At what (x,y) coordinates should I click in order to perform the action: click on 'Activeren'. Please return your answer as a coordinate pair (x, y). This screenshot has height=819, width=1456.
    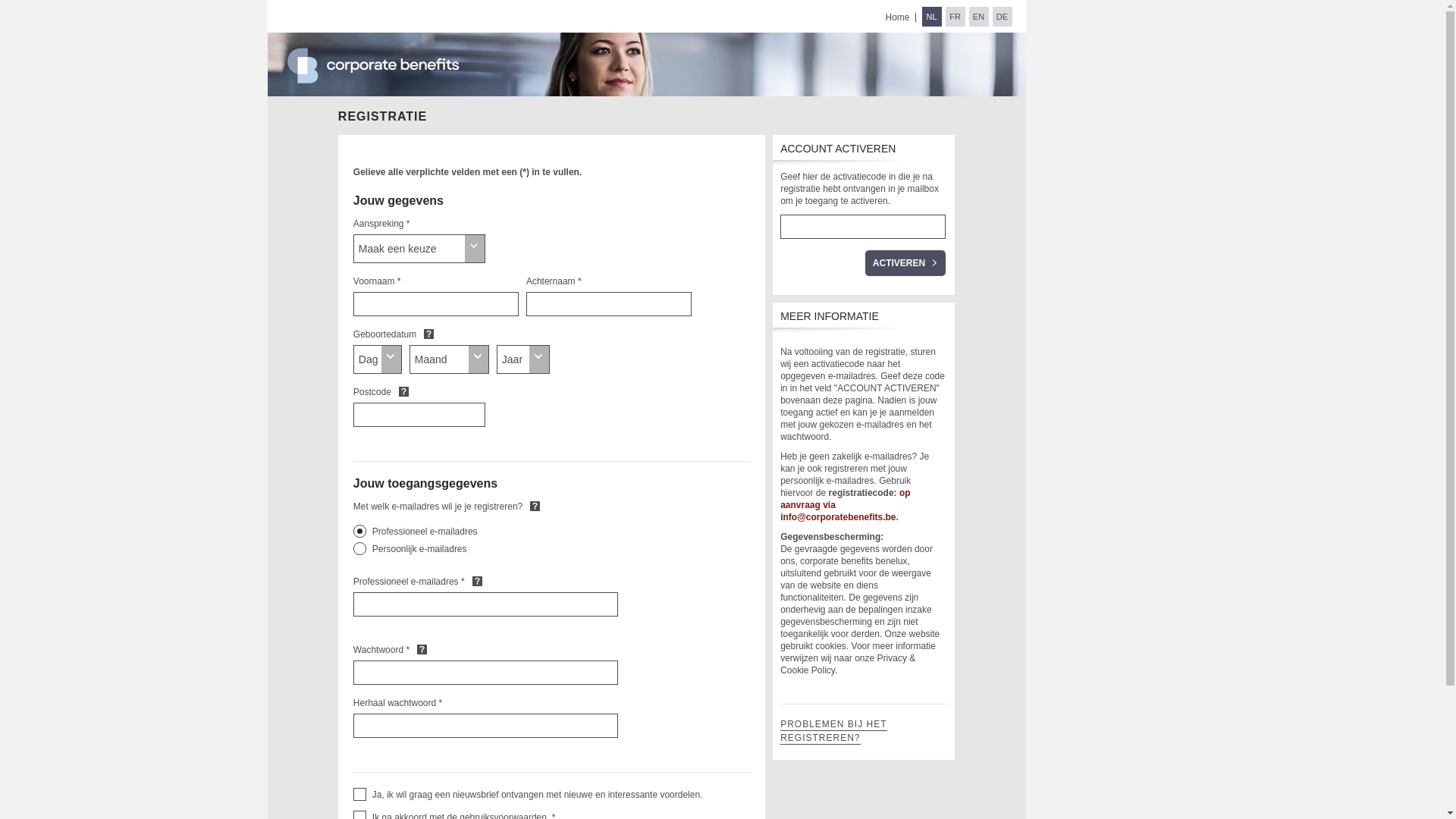
    Looking at the image, I should click on (865, 262).